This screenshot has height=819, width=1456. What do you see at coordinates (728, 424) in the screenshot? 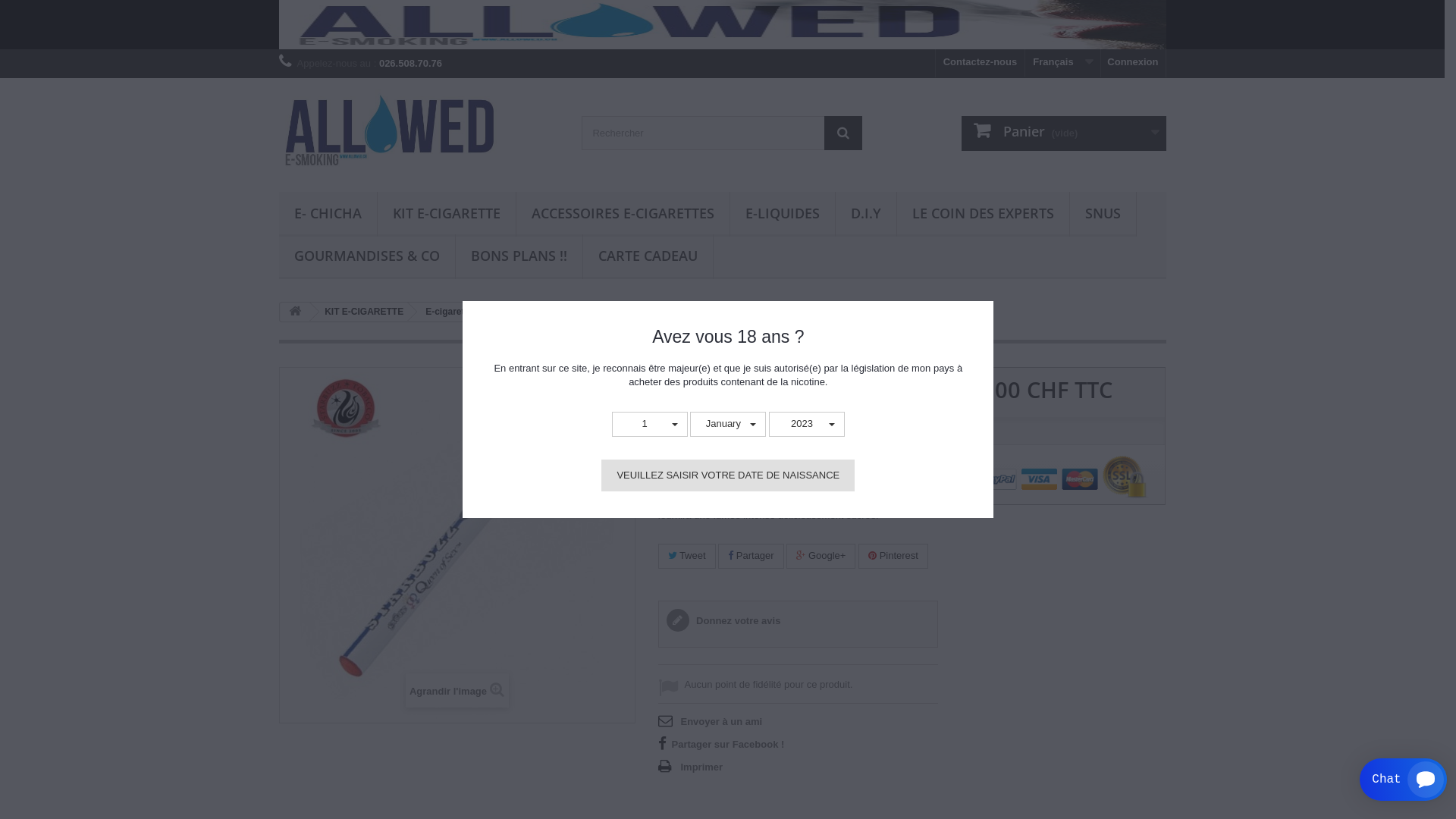
I see `'January` at bounding box center [728, 424].